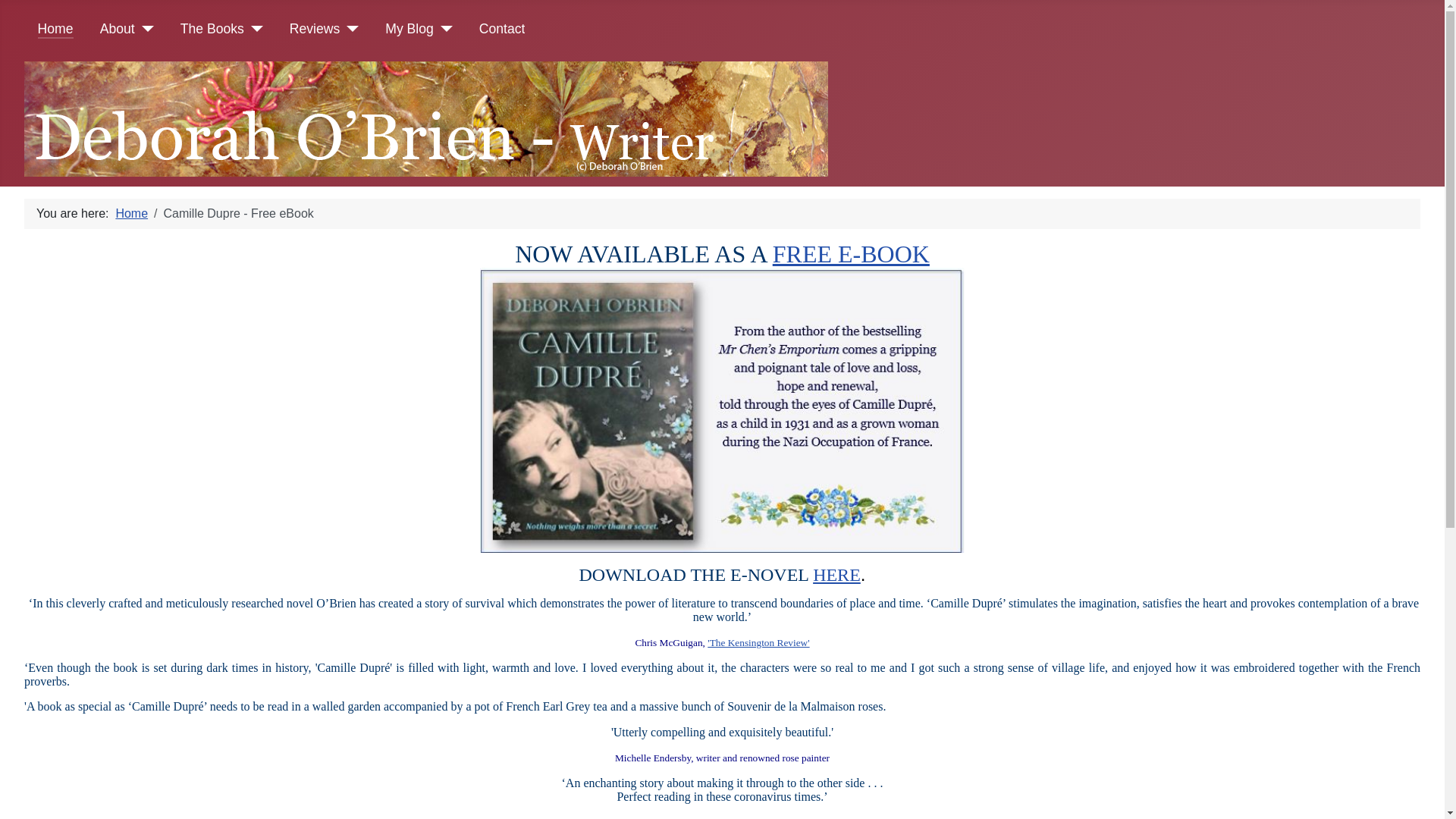  What do you see at coordinates (409, 29) in the screenshot?
I see `'My Blog'` at bounding box center [409, 29].